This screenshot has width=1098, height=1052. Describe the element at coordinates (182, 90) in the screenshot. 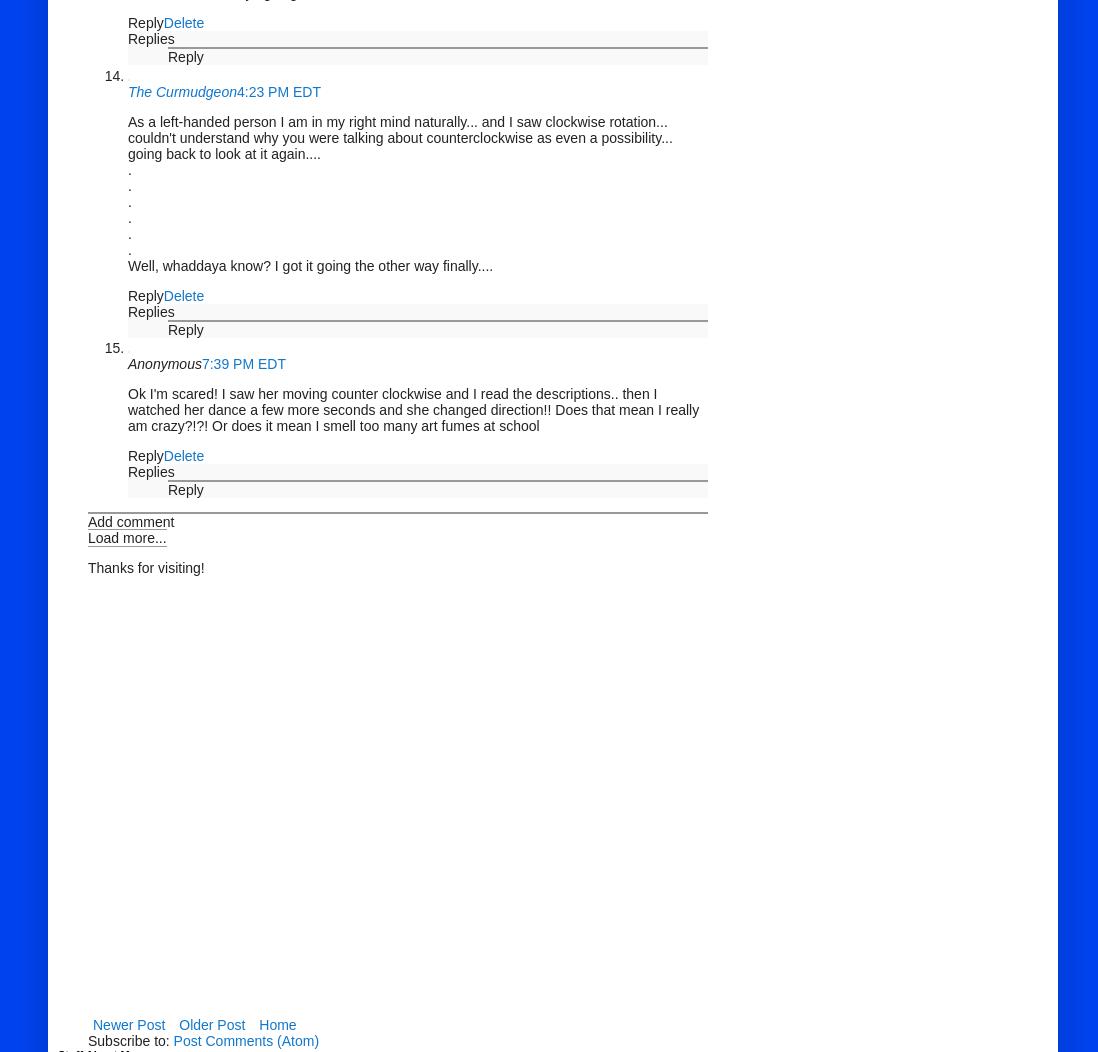

I see `'The Curmudgeon'` at that location.